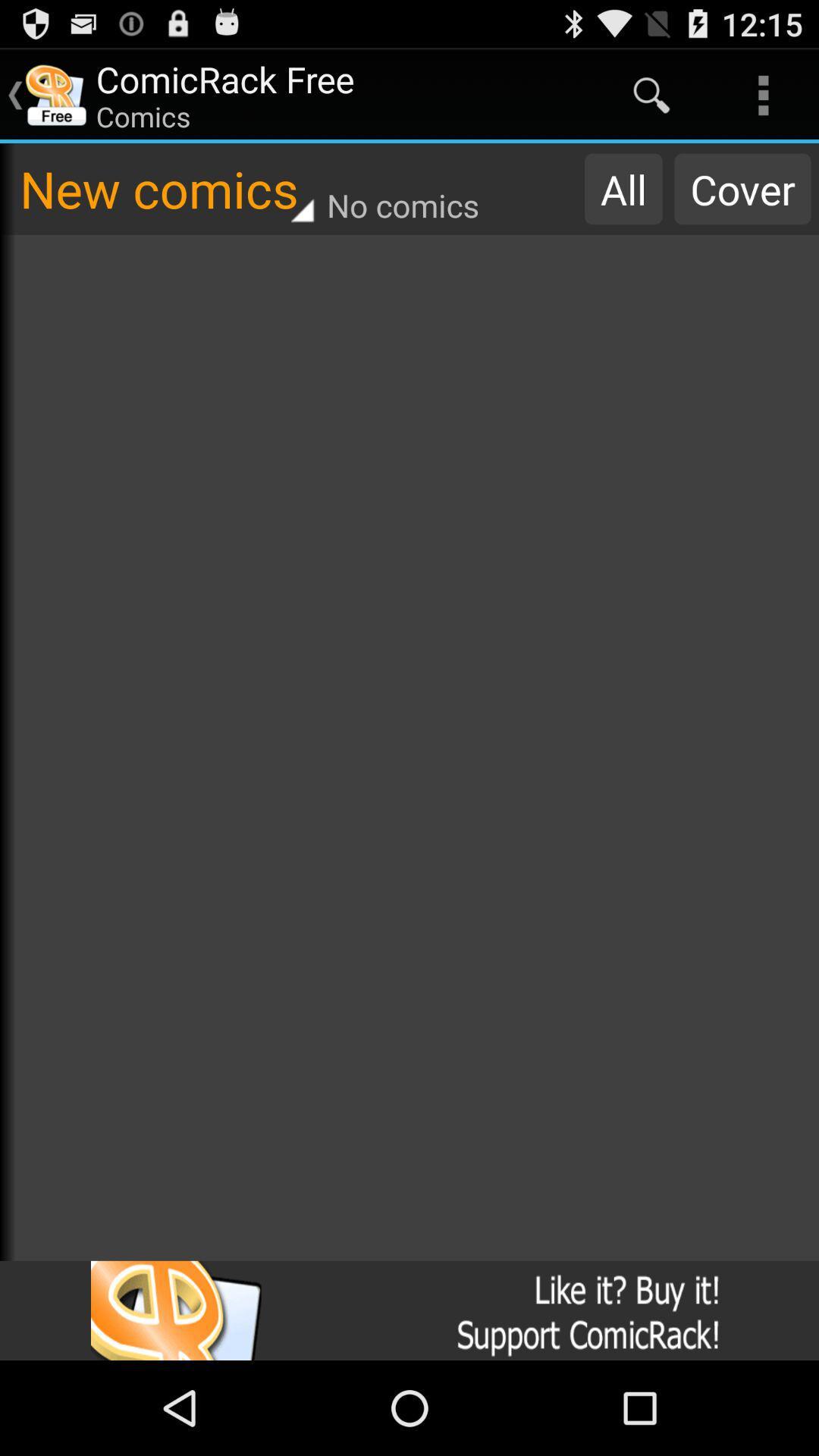 This screenshot has height=1456, width=819. Describe the element at coordinates (623, 188) in the screenshot. I see `the icon next to cover app` at that location.